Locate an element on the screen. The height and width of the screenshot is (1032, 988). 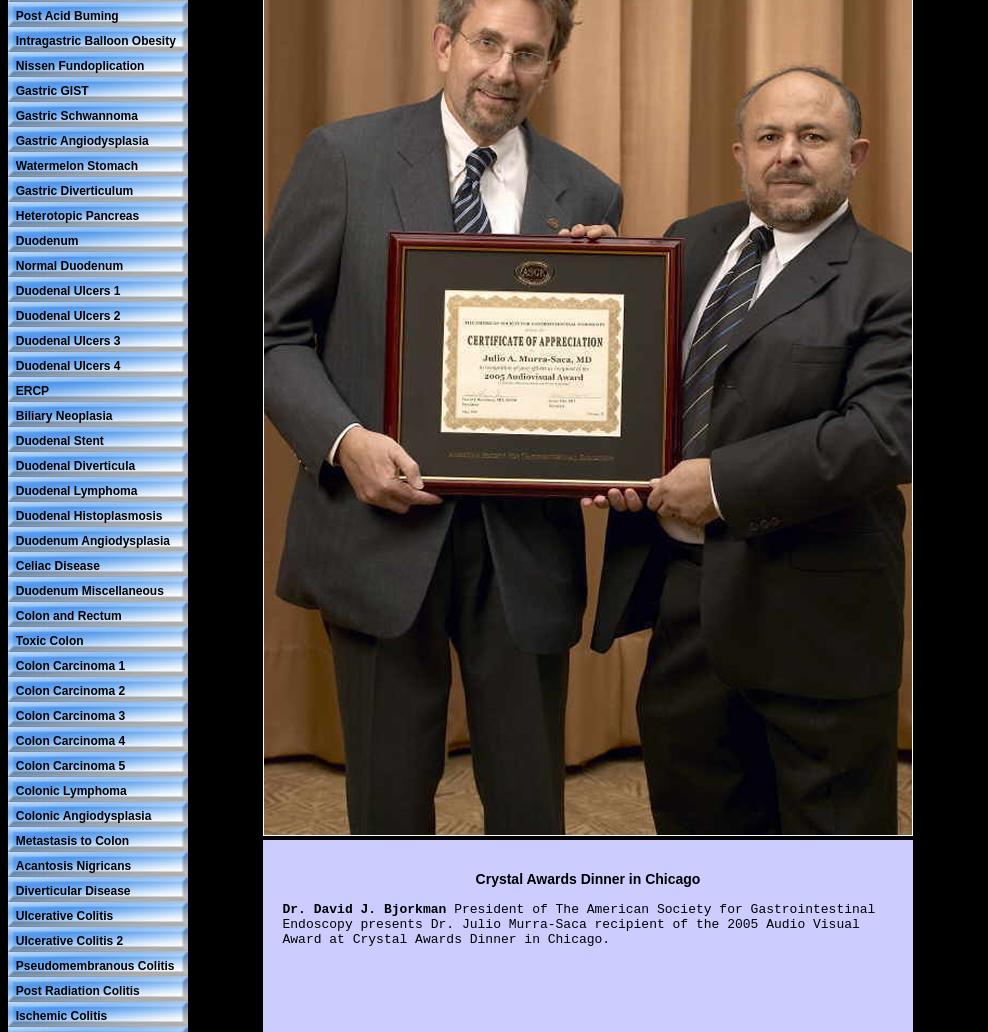
'Ischemic Colitis' is located at coordinates (59, 1013).